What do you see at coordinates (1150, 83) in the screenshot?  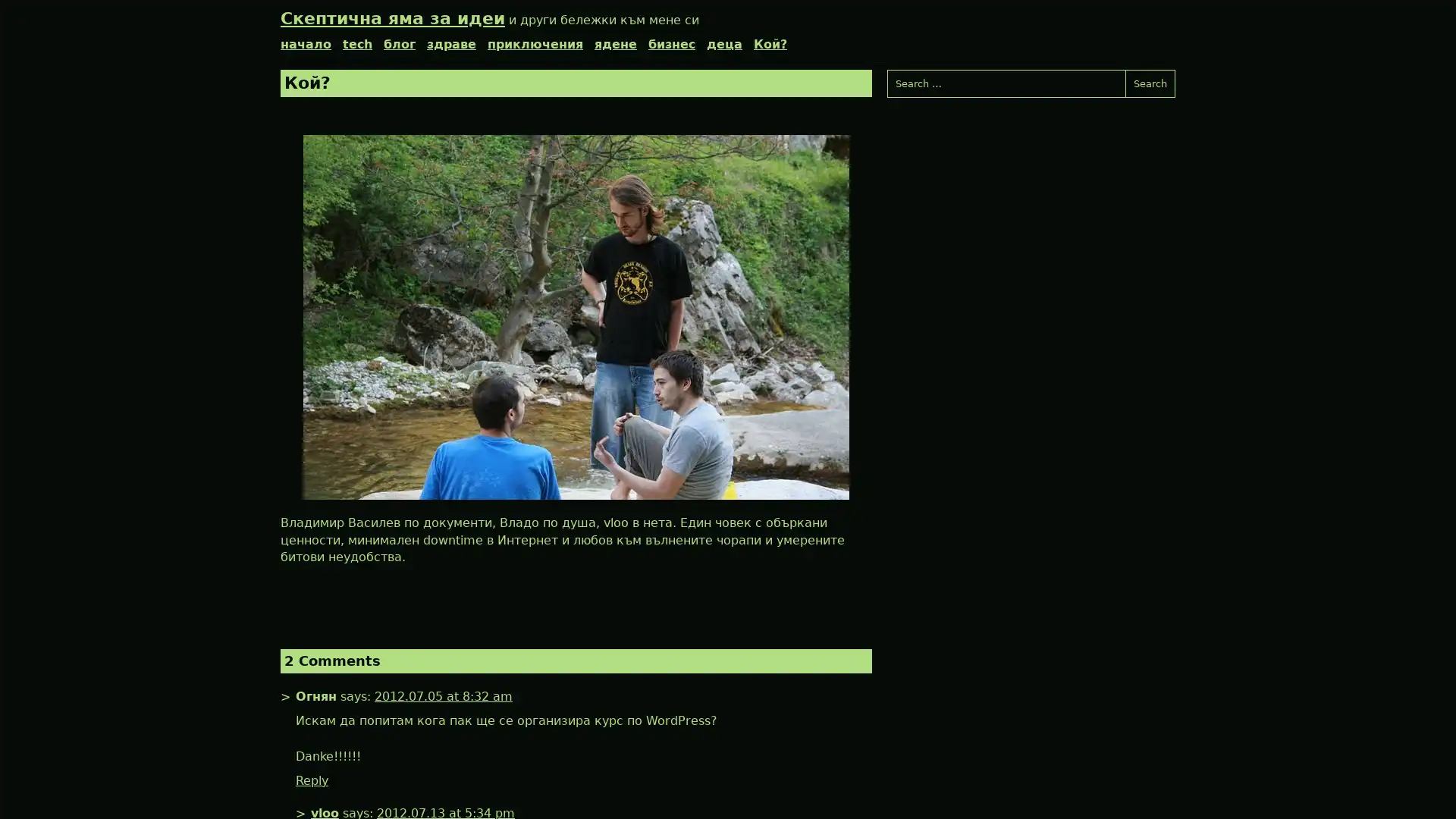 I see `Search` at bounding box center [1150, 83].